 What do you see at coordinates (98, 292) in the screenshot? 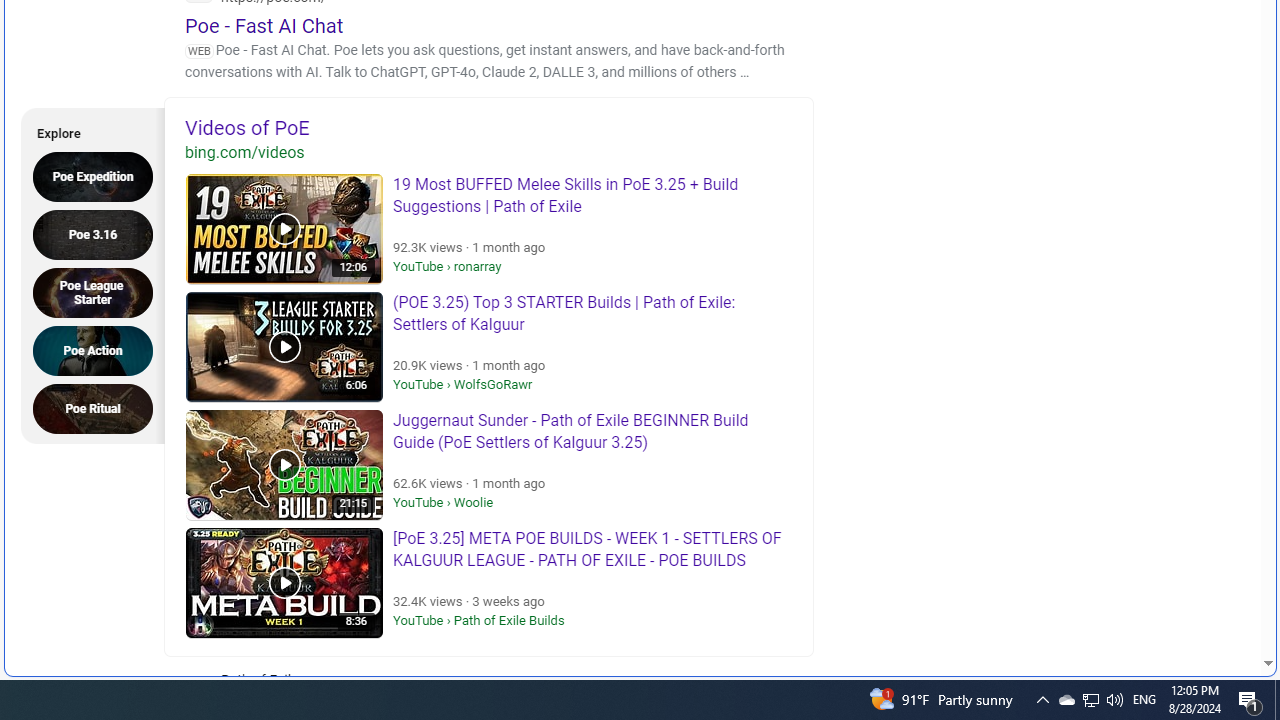
I see `'Poe League Starter'` at bounding box center [98, 292].